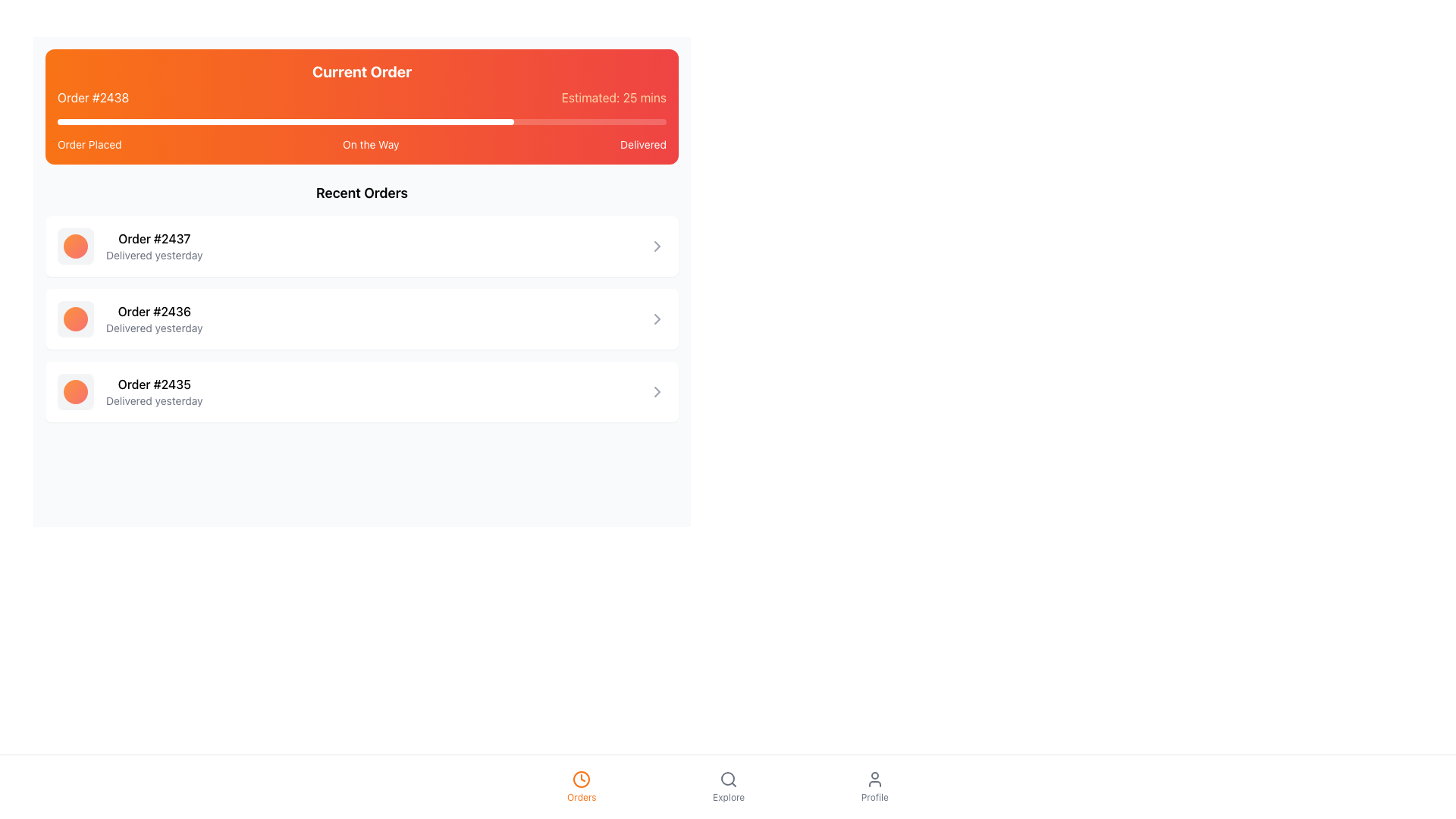 The height and width of the screenshot is (819, 1456). Describe the element at coordinates (361, 318) in the screenshot. I see `the second clickable card in the 'Recent Orders' list, which displays order information including its identification number and delivery status` at that location.